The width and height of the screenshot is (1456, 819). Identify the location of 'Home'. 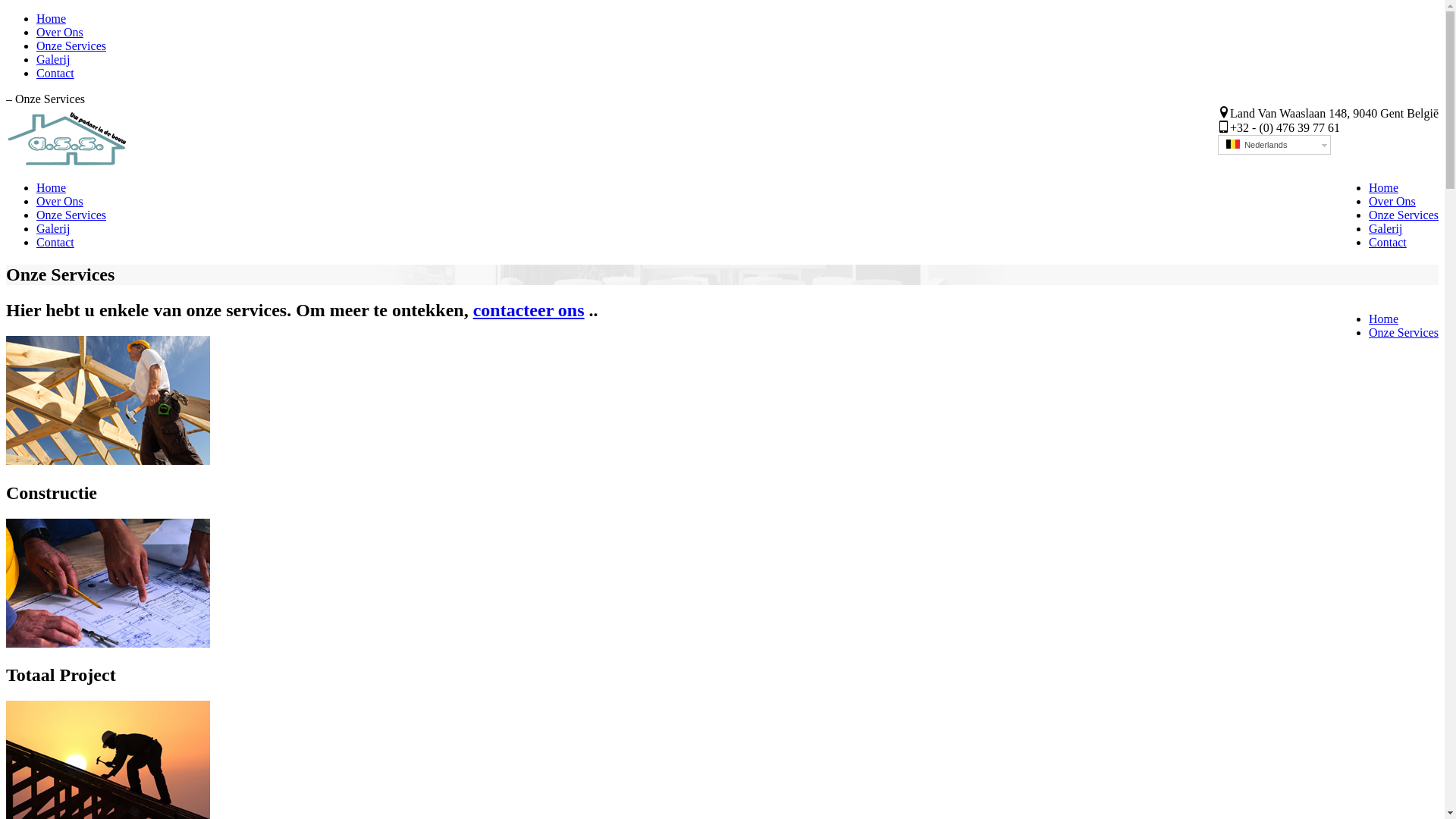
(51, 18).